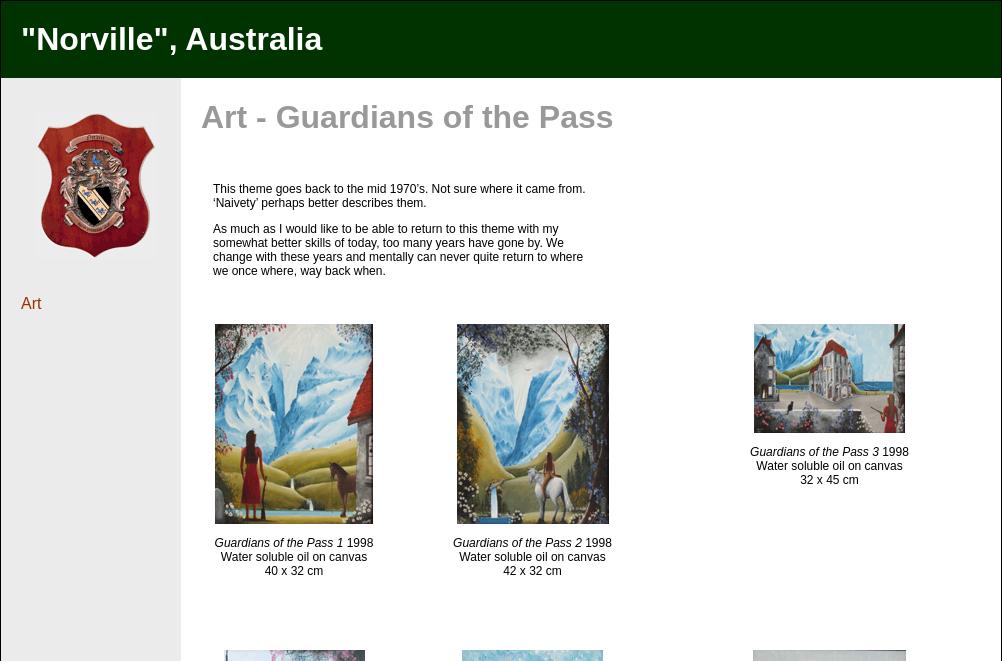 The width and height of the screenshot is (1002, 661). Describe the element at coordinates (749, 451) in the screenshot. I see `'Guardians of the Pass 3'` at that location.